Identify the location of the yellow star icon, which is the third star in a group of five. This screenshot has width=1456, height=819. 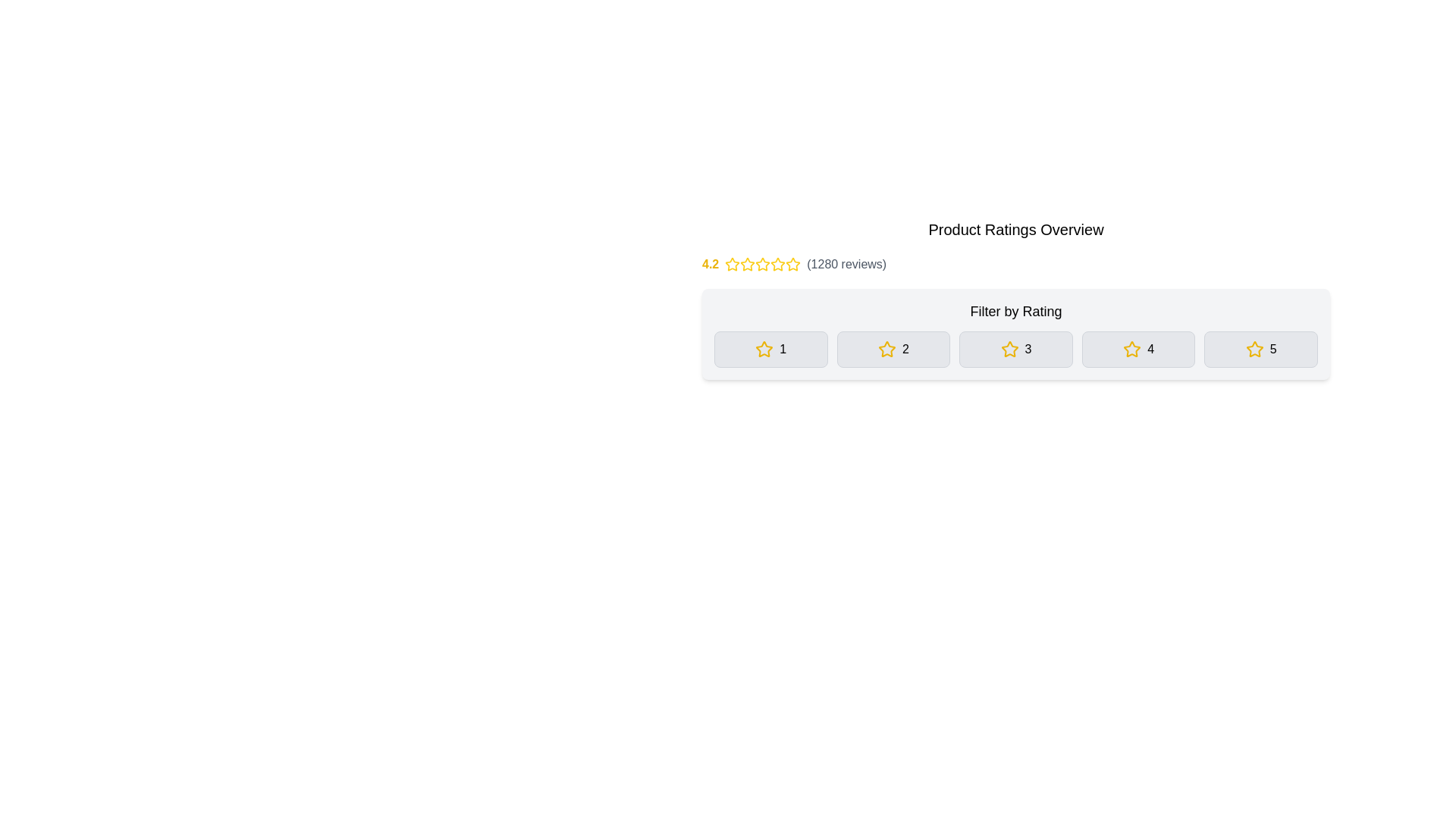
(748, 263).